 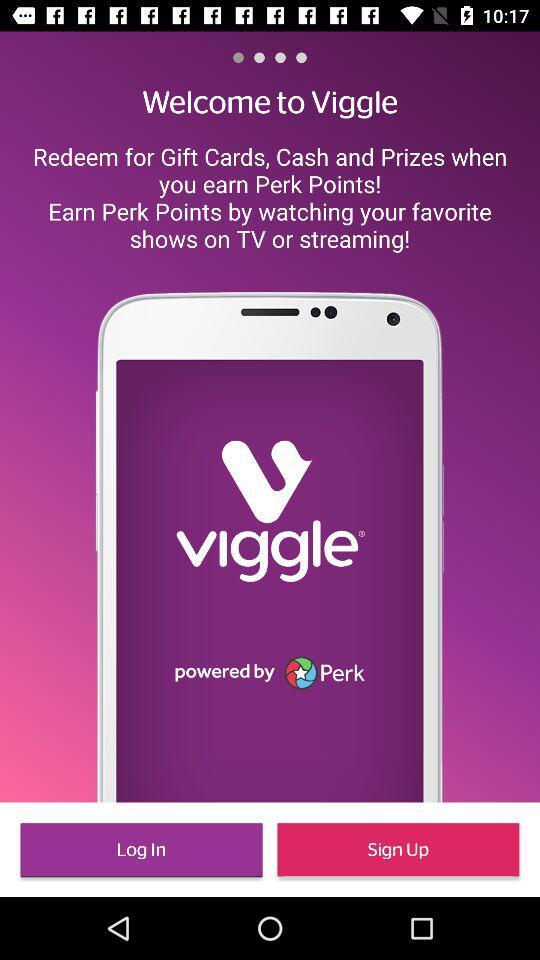 I want to click on log in item, so click(x=140, y=848).